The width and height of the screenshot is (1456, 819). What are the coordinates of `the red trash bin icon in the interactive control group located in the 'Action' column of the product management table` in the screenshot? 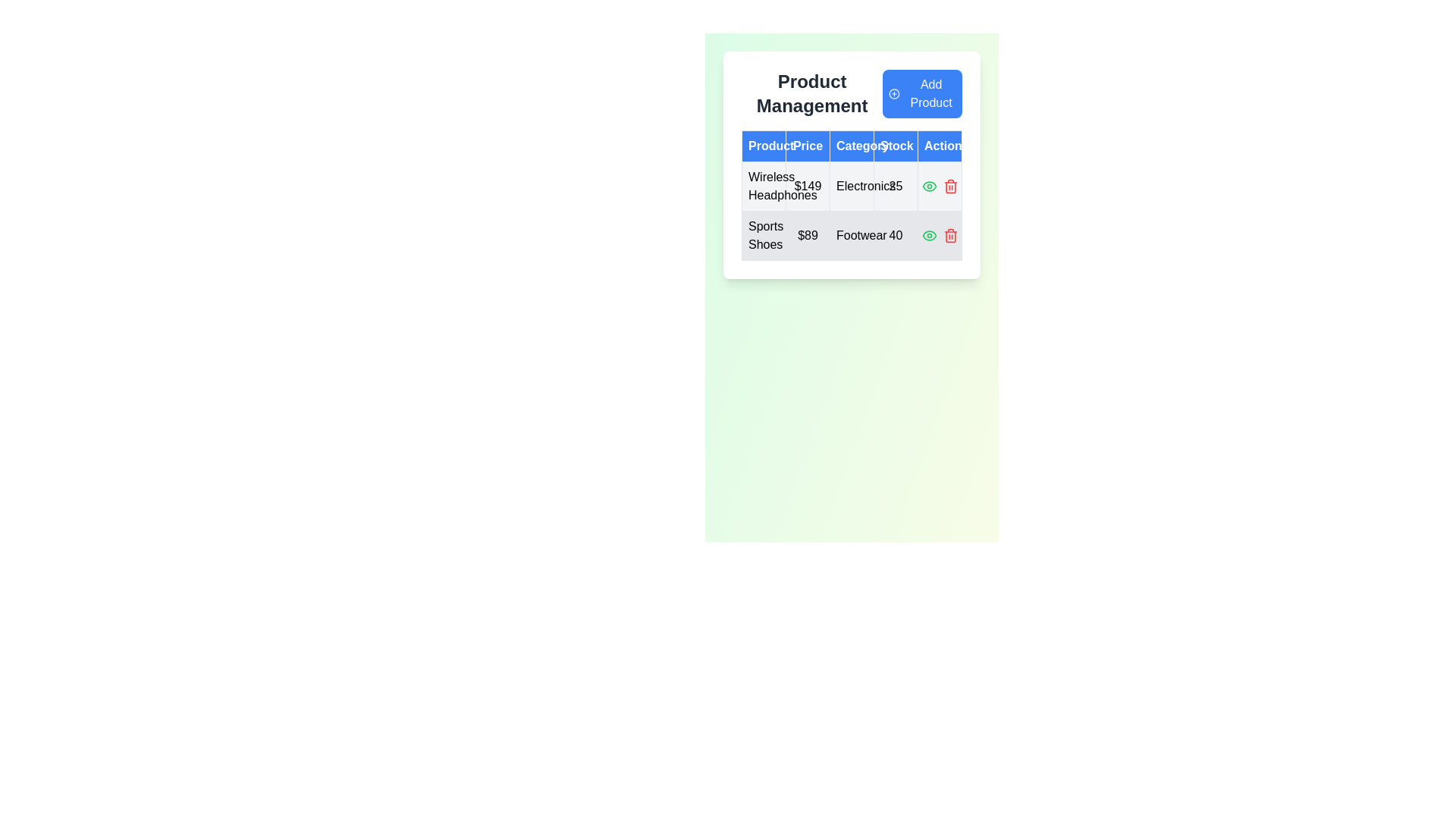 It's located at (939, 186).